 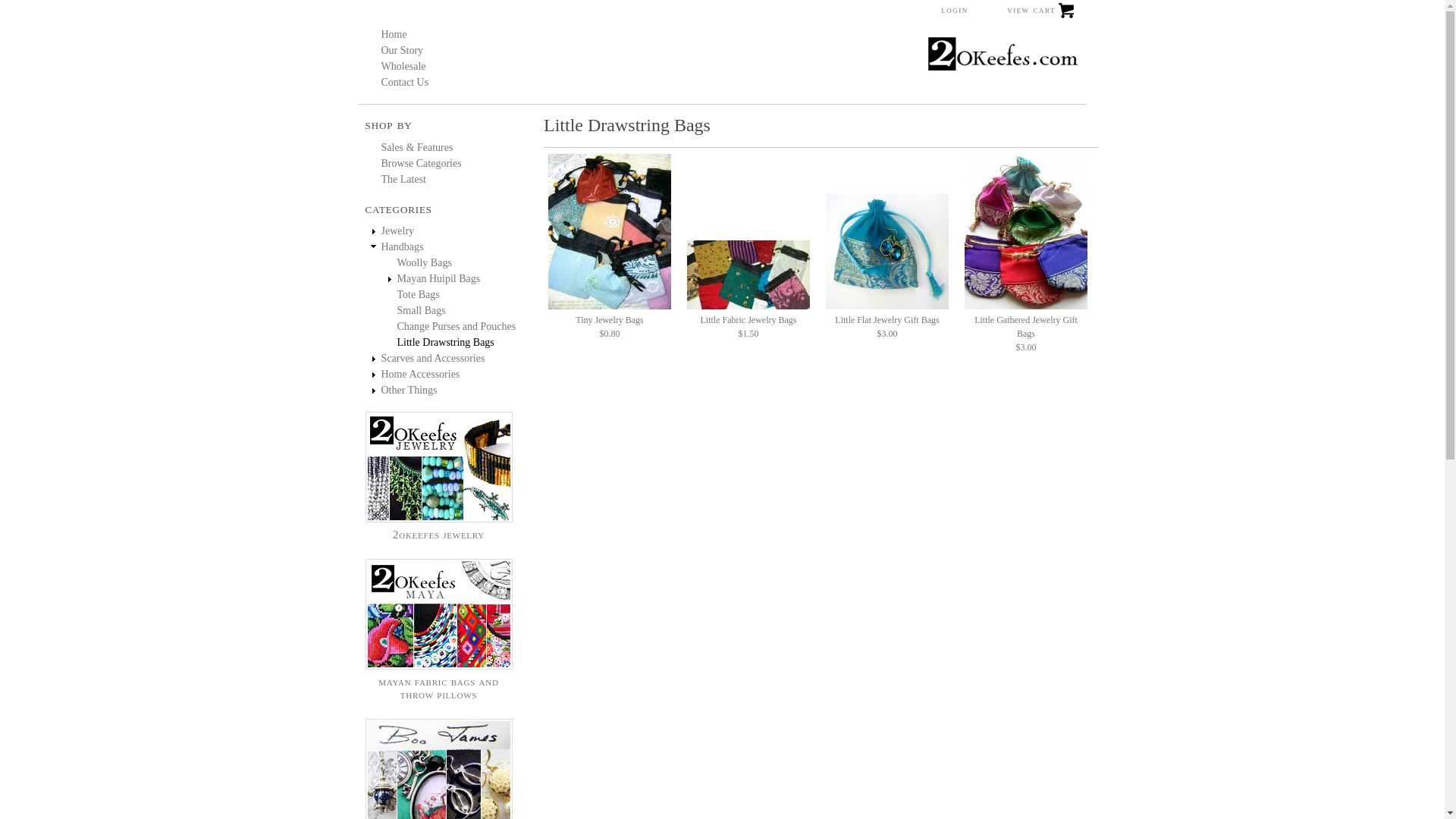 I want to click on 'Change Purses and Pouches', so click(x=456, y=325).